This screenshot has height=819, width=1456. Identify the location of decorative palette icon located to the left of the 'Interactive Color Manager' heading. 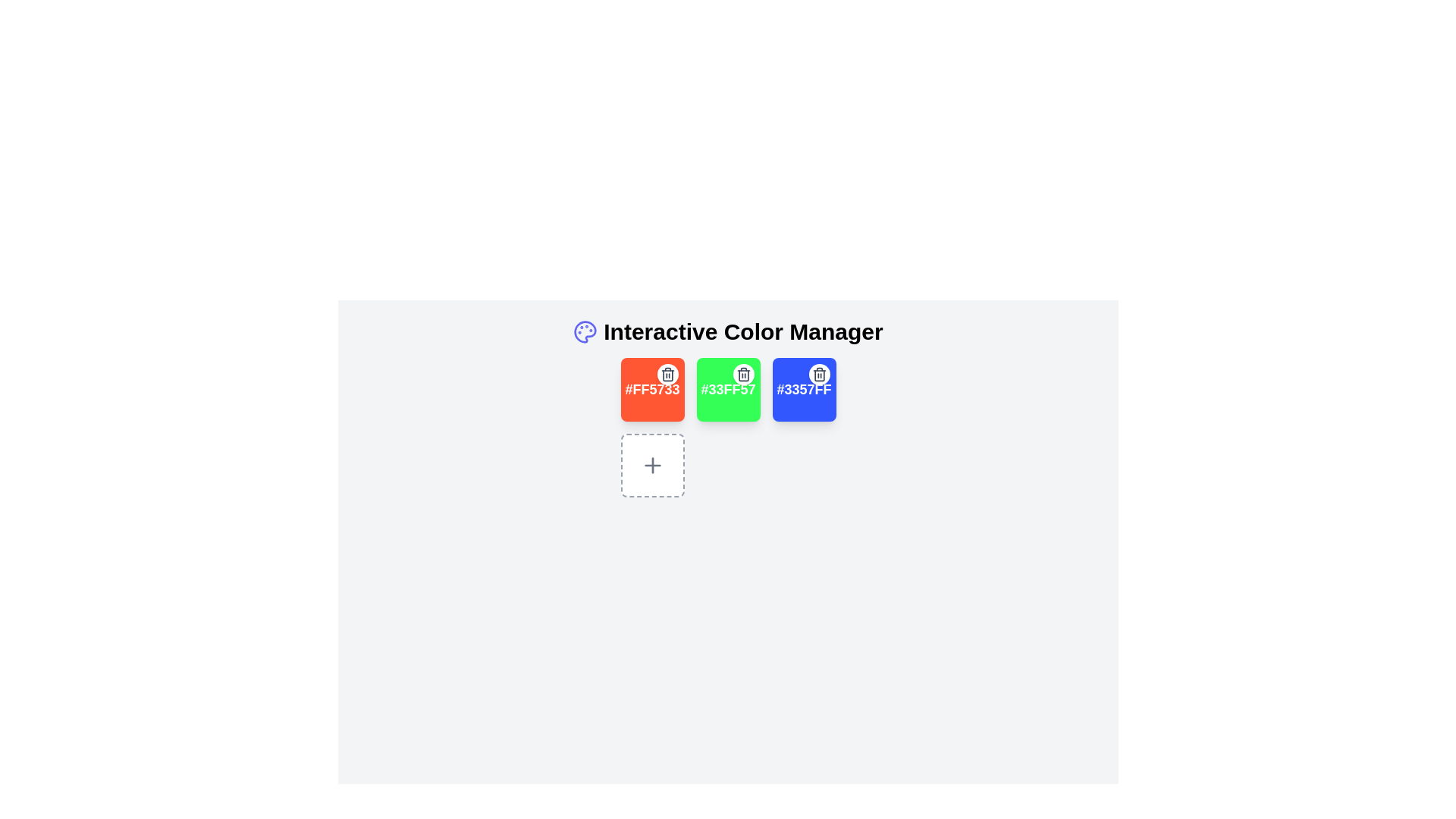
(585, 331).